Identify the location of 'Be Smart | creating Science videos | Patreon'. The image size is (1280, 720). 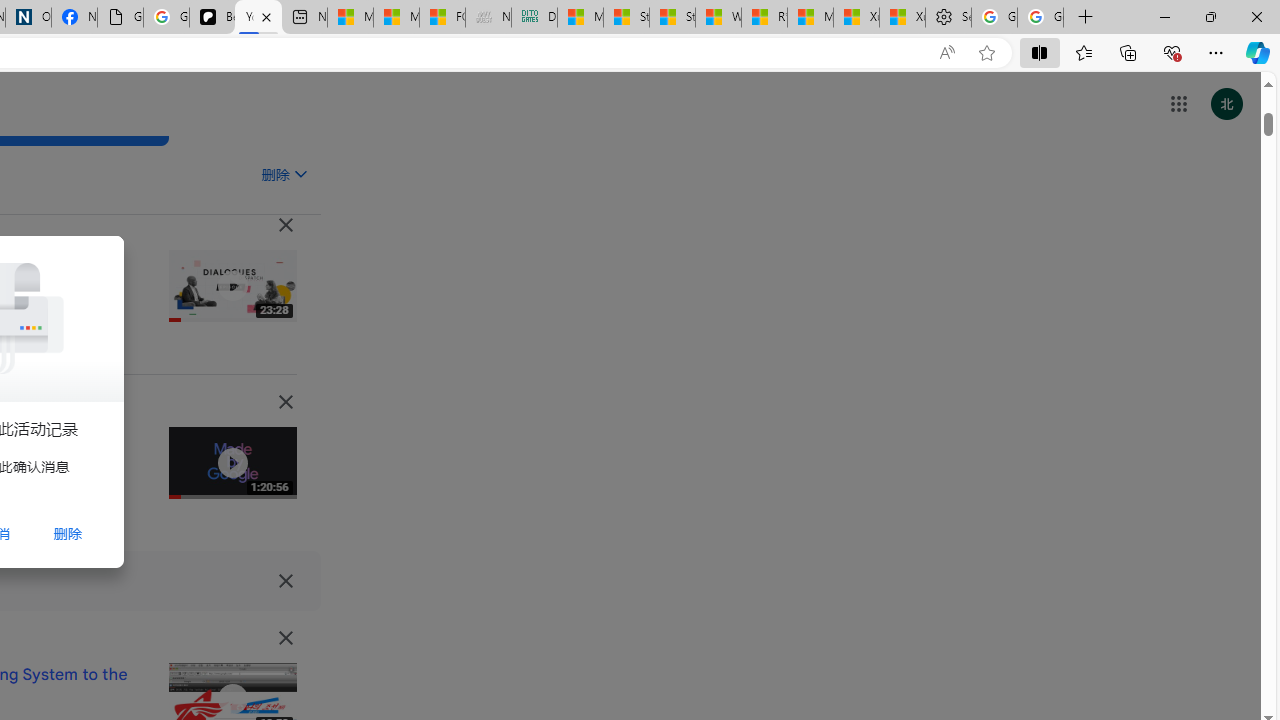
(212, 17).